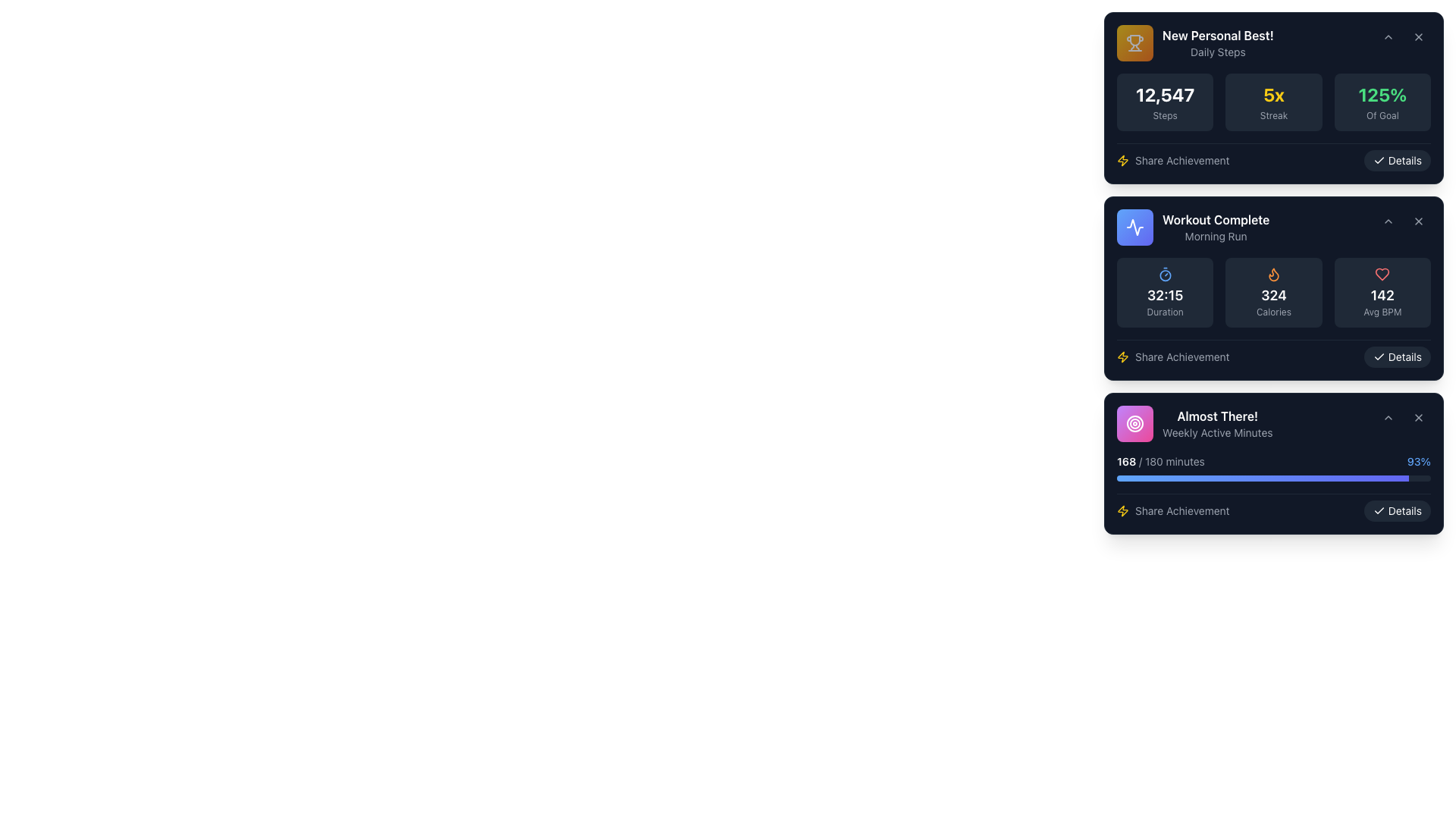 This screenshot has width=1456, height=819. I want to click on the 'Morning Run' text label displayed in light gray color, so click(1216, 237).